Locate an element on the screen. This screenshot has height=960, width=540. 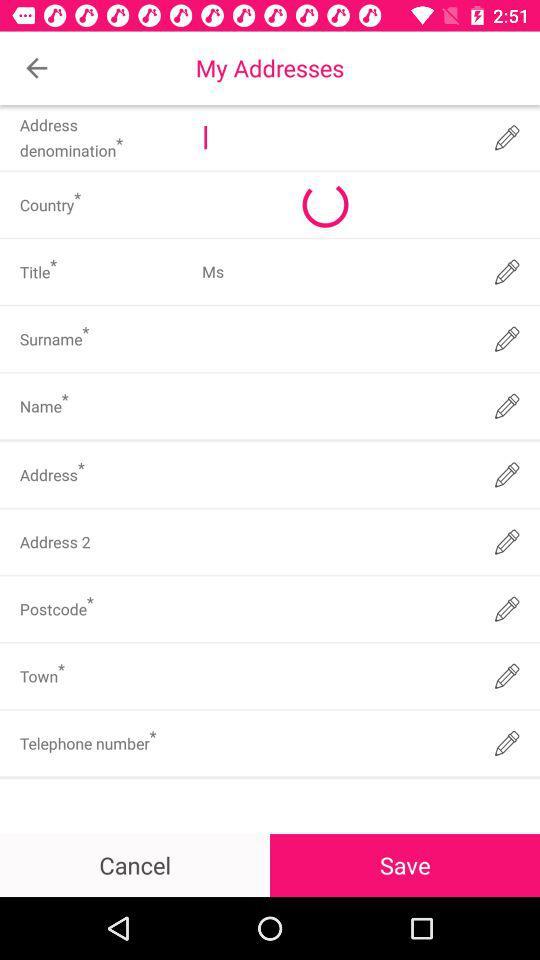
save is located at coordinates (405, 864).